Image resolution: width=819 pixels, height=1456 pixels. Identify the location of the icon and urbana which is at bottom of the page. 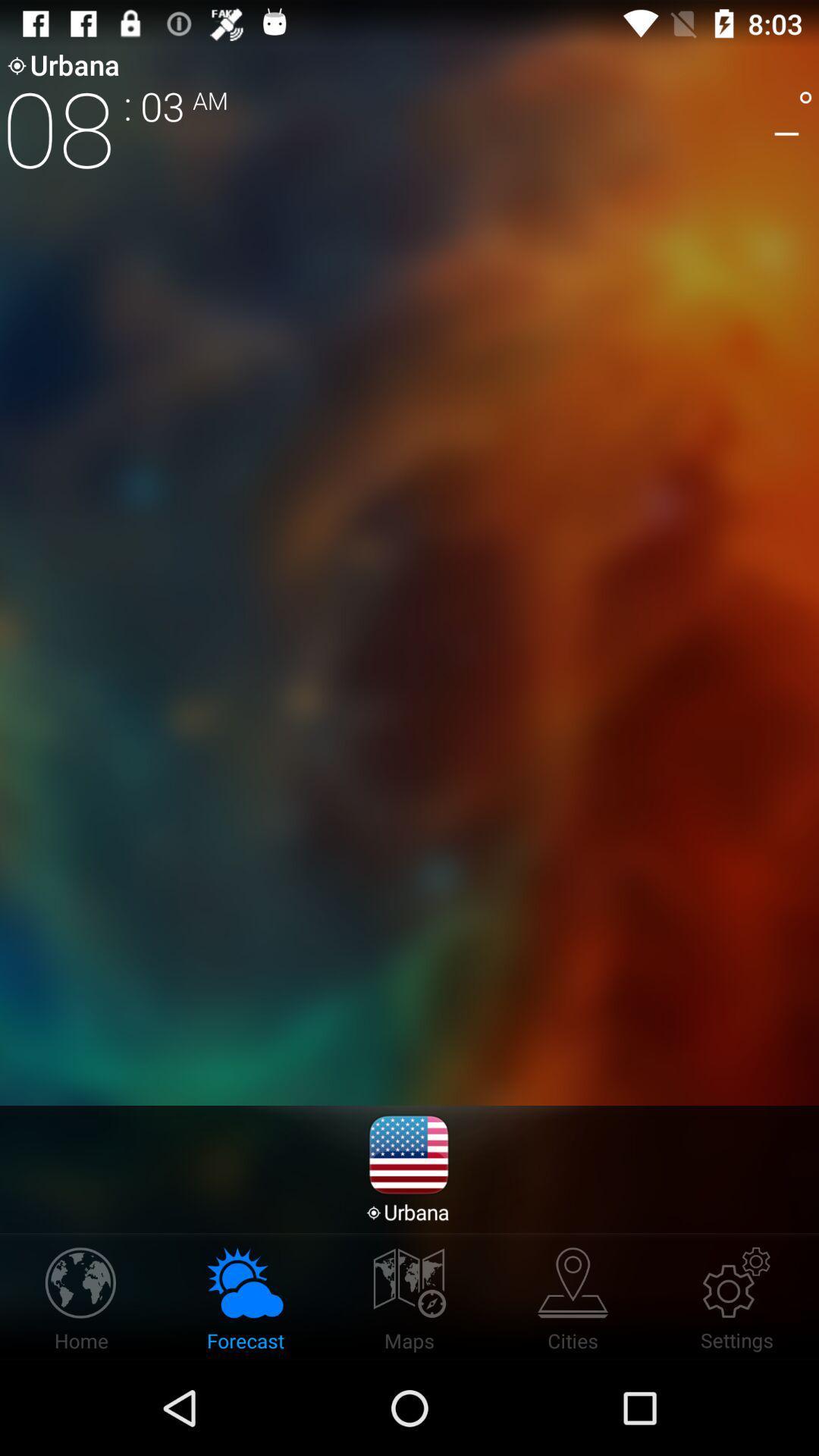
(408, 1168).